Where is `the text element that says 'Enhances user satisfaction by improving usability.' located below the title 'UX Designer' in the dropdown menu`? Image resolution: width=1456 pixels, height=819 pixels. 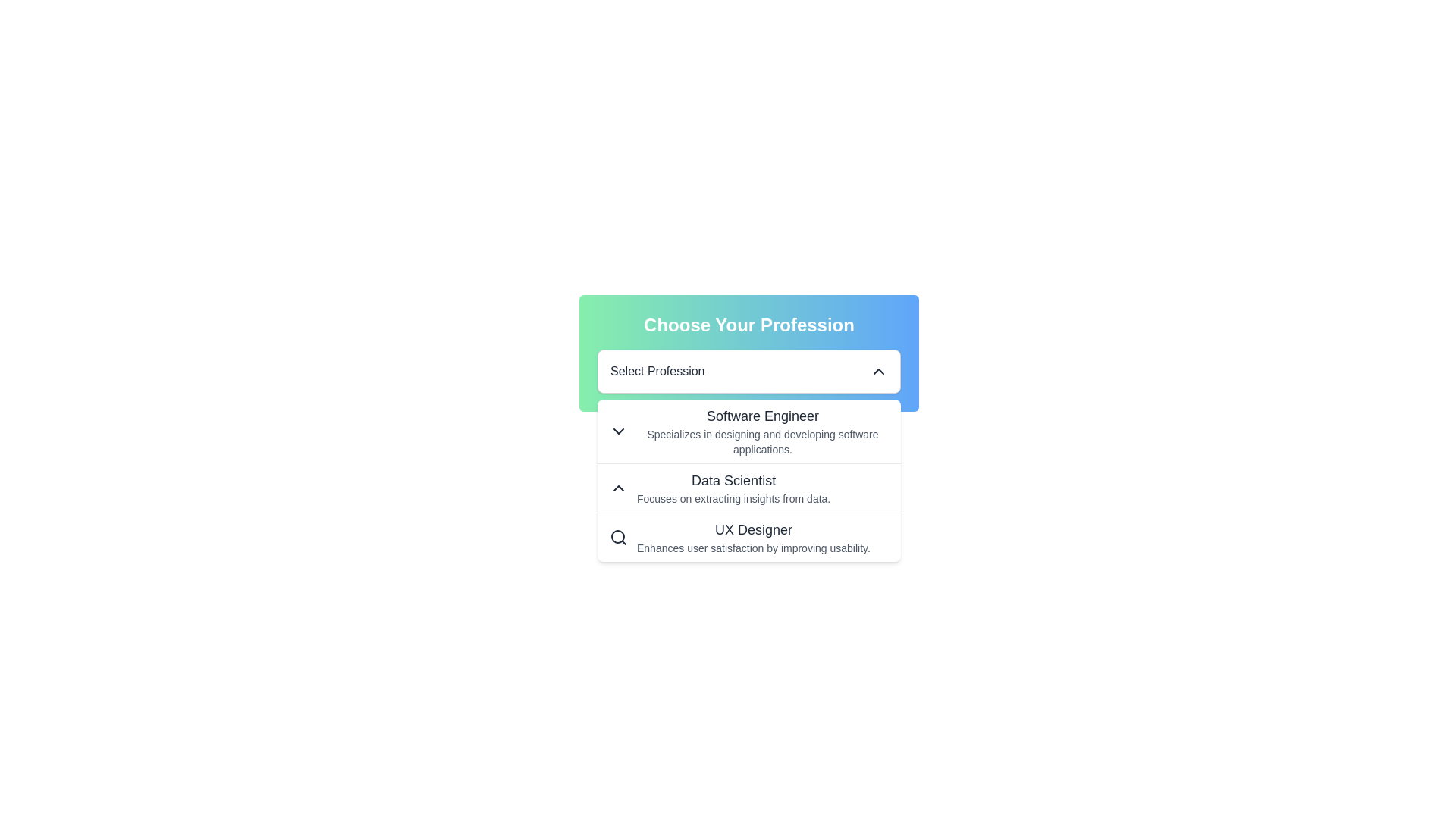
the text element that says 'Enhances user satisfaction by improving usability.' located below the title 'UX Designer' in the dropdown menu is located at coordinates (753, 548).